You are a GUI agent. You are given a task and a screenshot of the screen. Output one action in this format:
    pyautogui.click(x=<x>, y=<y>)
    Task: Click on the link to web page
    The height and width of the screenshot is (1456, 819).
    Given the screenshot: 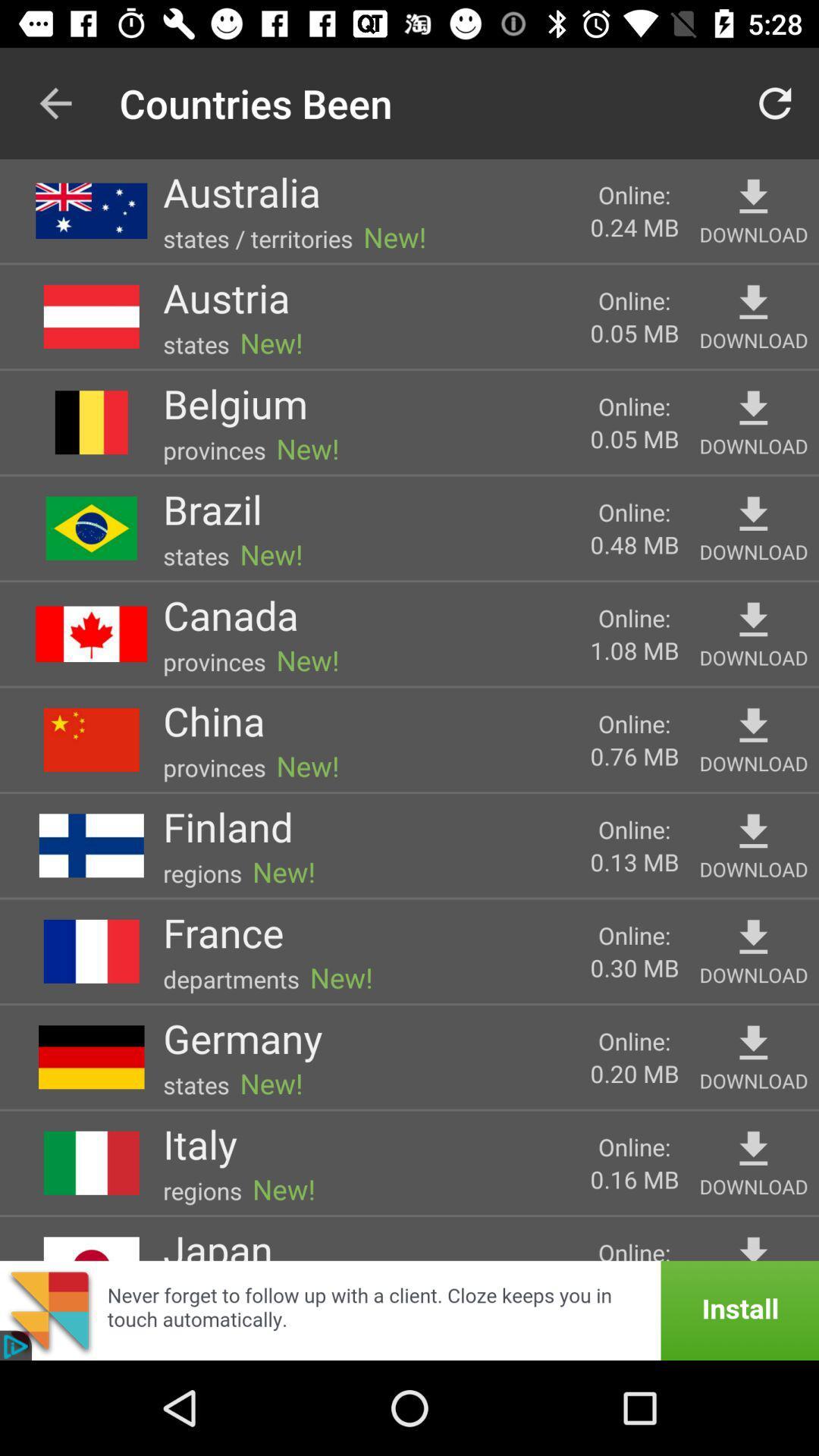 What is the action you would take?
    pyautogui.click(x=409, y=1310)
    